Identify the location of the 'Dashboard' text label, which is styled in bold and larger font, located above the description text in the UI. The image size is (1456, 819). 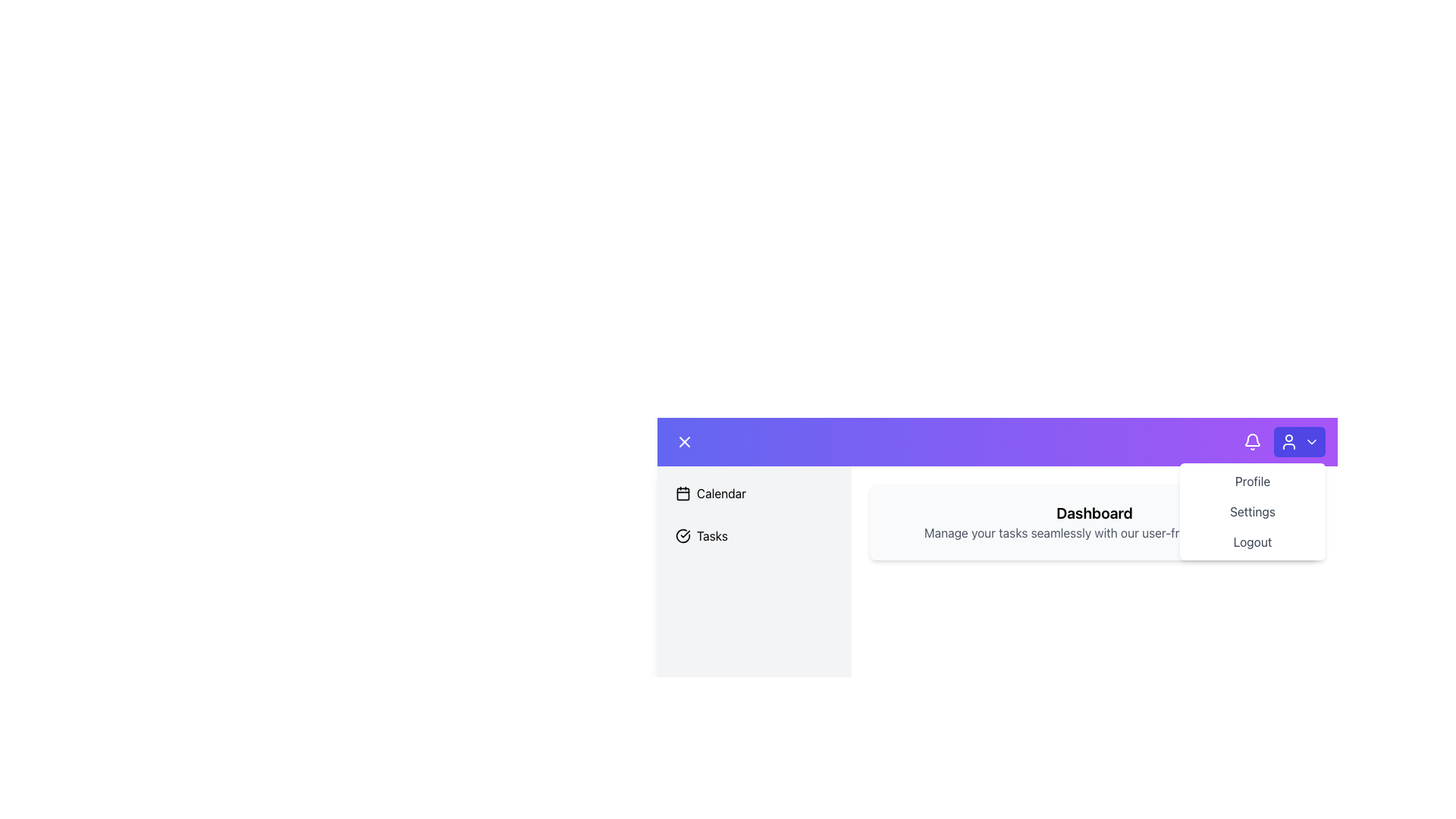
(1094, 513).